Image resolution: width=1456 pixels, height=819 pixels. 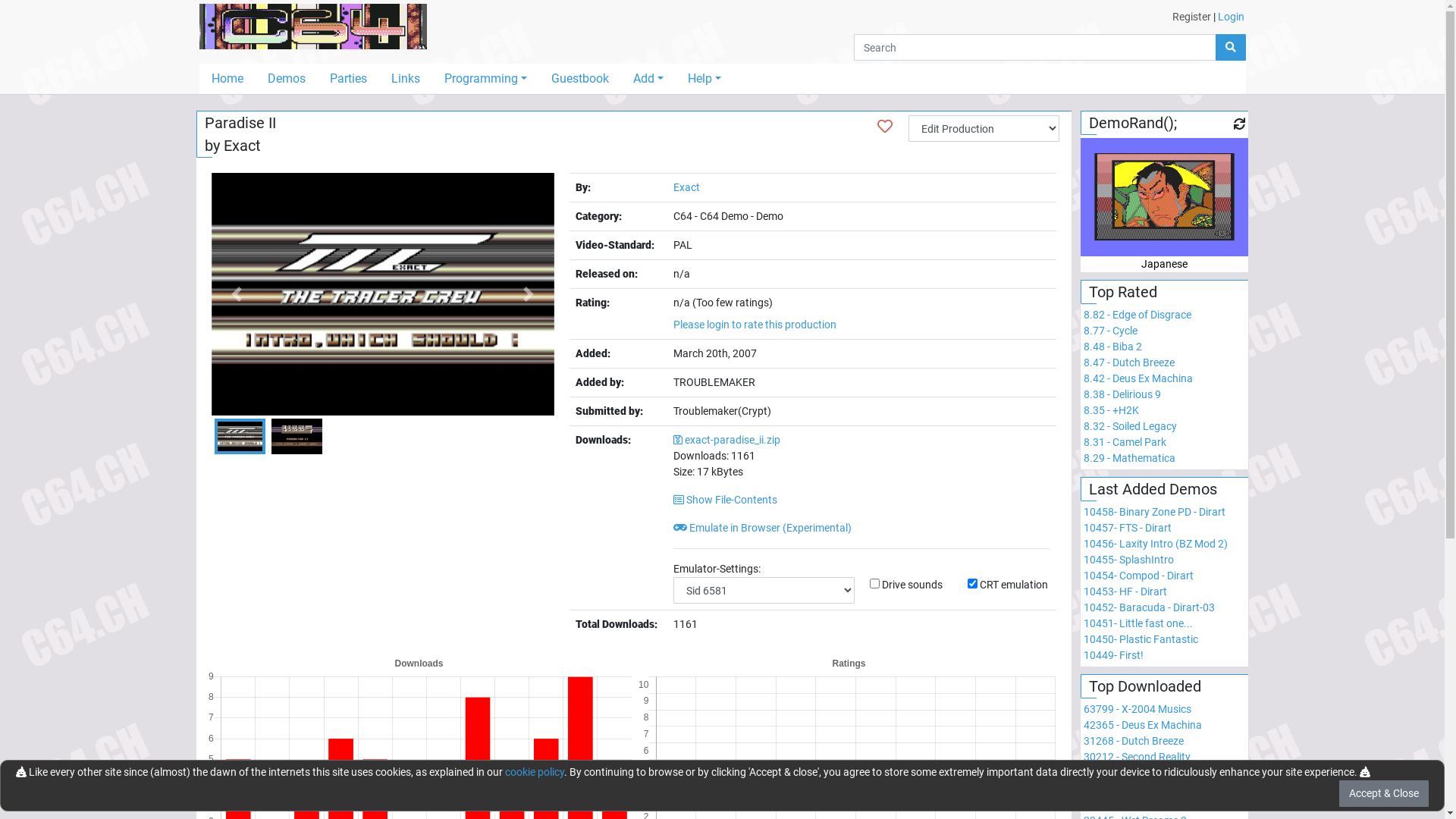 What do you see at coordinates (1138, 576) in the screenshot?
I see `'10454- Compod - Dirart'` at bounding box center [1138, 576].